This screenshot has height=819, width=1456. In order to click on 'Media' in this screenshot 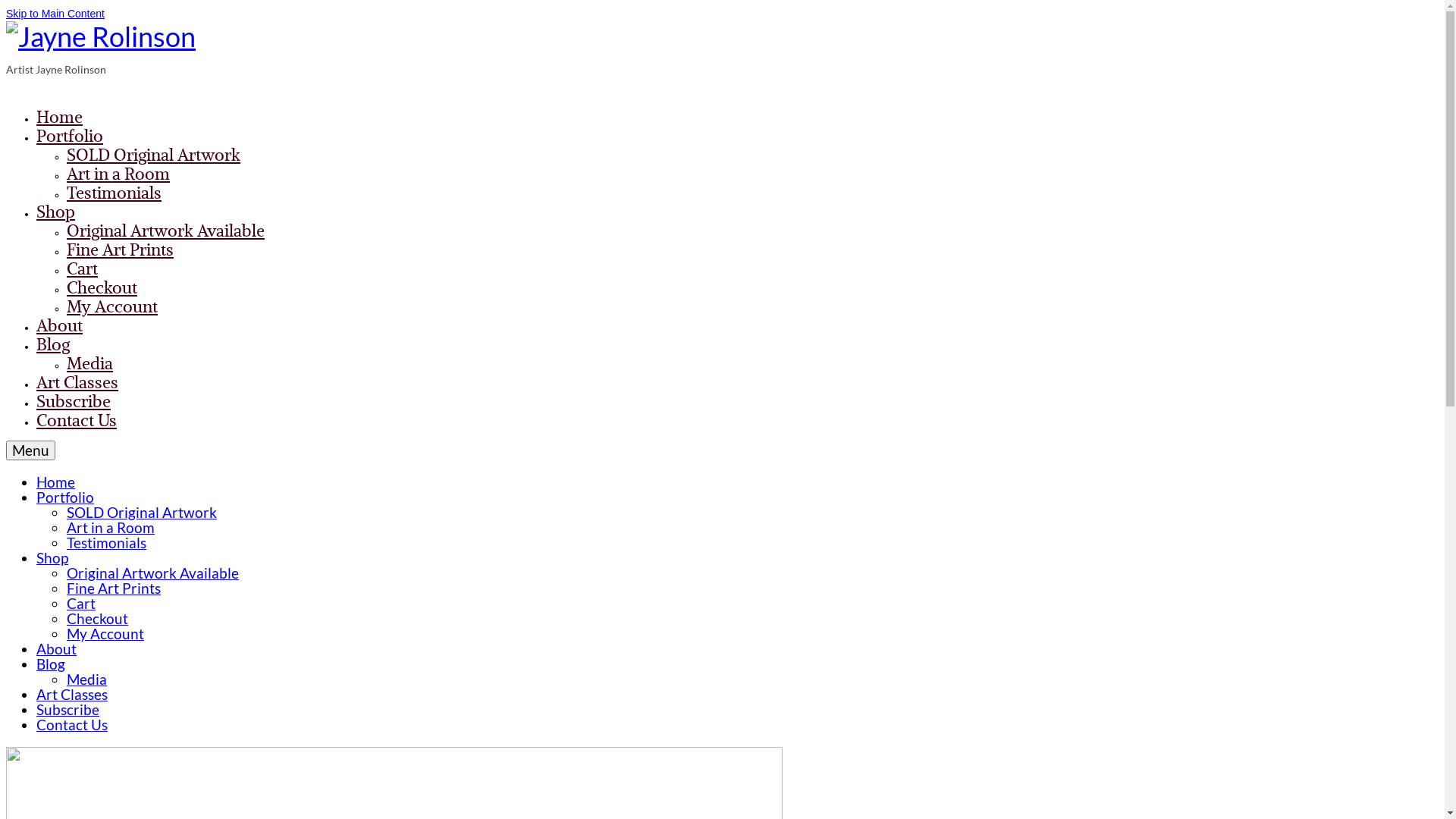, I will do `click(89, 362)`.